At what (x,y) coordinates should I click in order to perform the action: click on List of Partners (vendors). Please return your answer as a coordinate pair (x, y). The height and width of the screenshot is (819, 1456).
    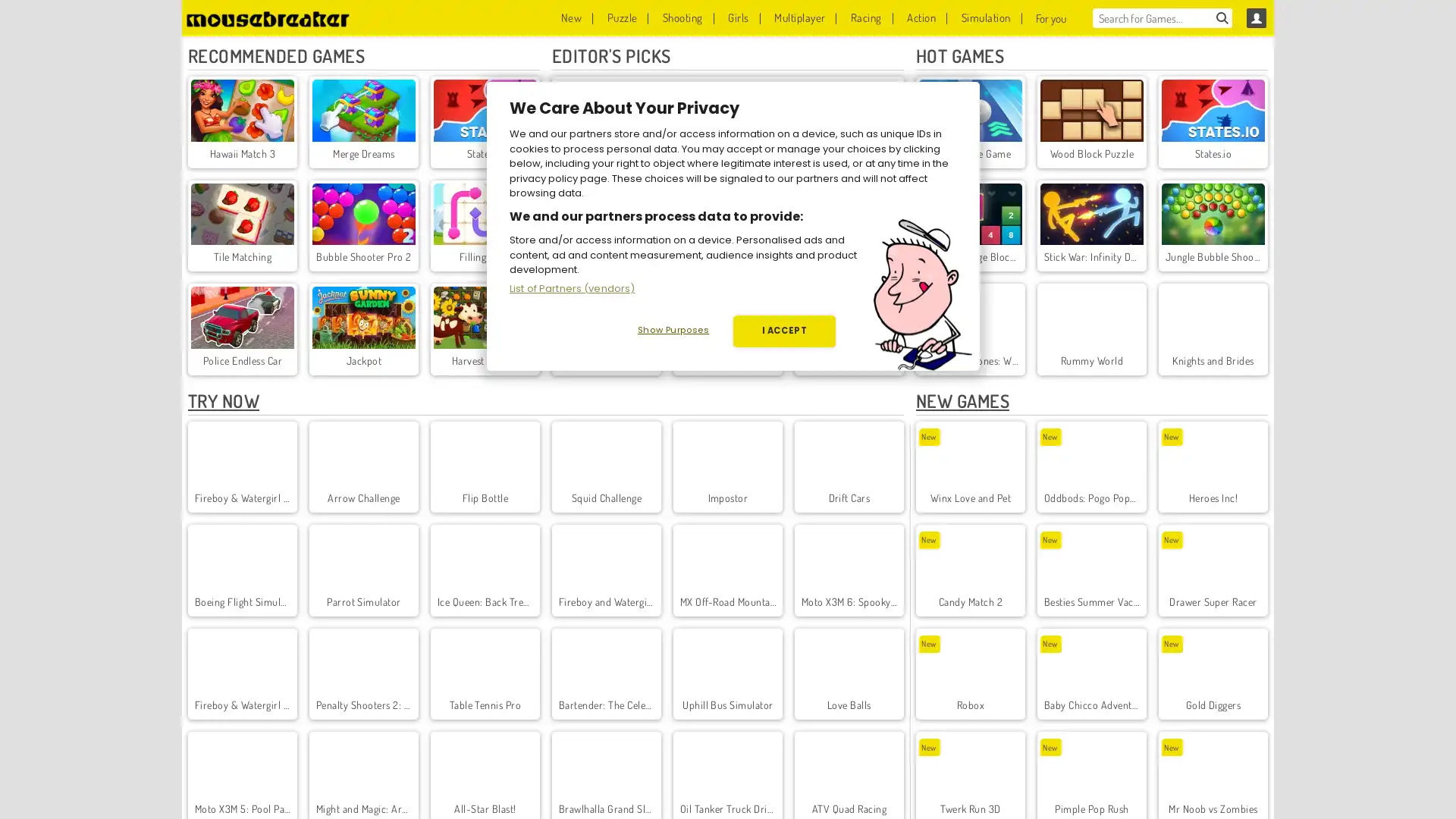
    Looking at the image, I should click on (571, 288).